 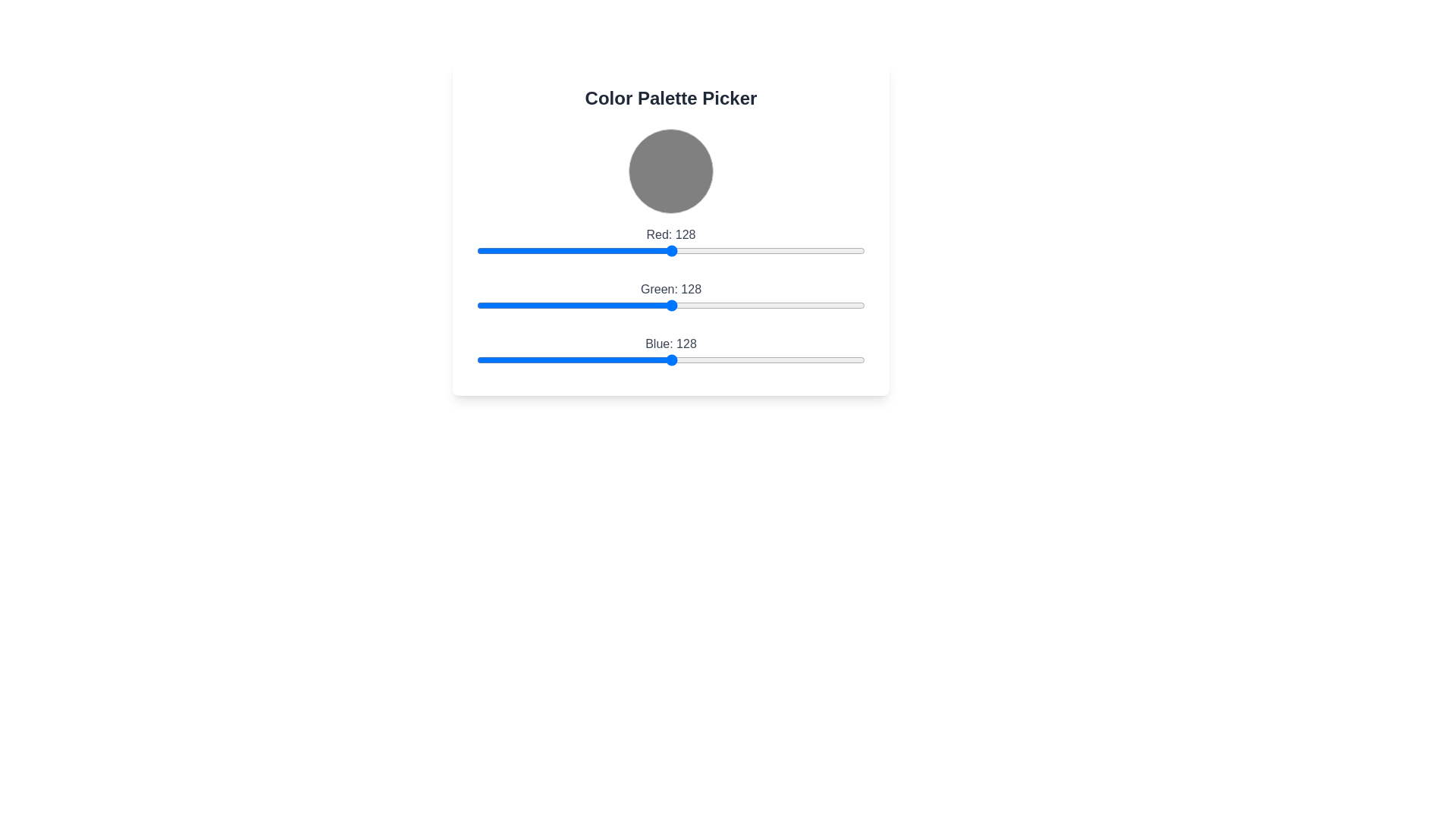 What do you see at coordinates (670, 171) in the screenshot?
I see `the Circular color display in the Color Palette Picker interface, which shows the currently selected color` at bounding box center [670, 171].